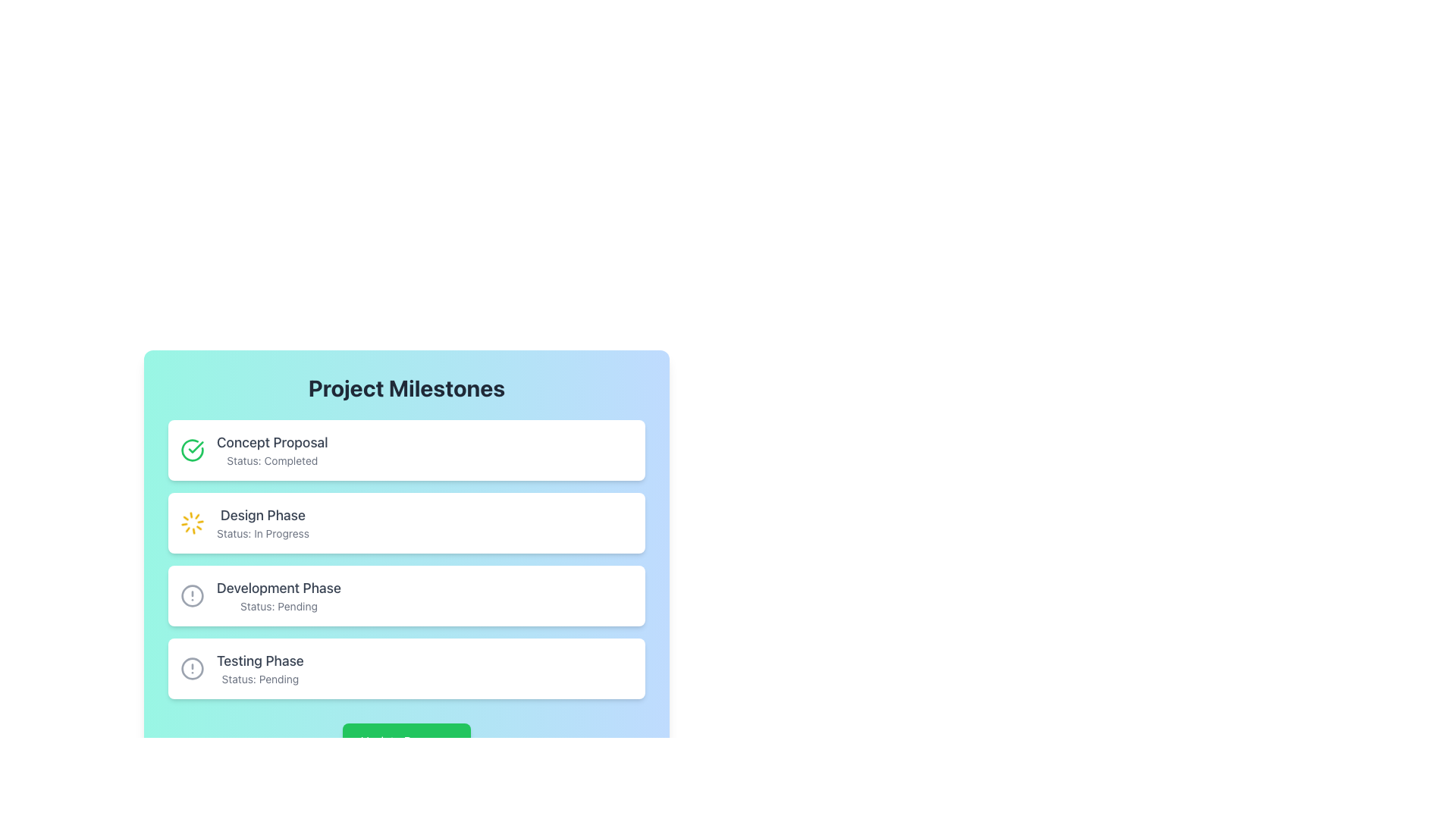 Image resolution: width=1456 pixels, height=819 pixels. Describe the element at coordinates (406, 559) in the screenshot. I see `the visual indicators for status updates in the project status components, which are grouped vertically and include titles, status messages, and icons indicating project phases` at that location.